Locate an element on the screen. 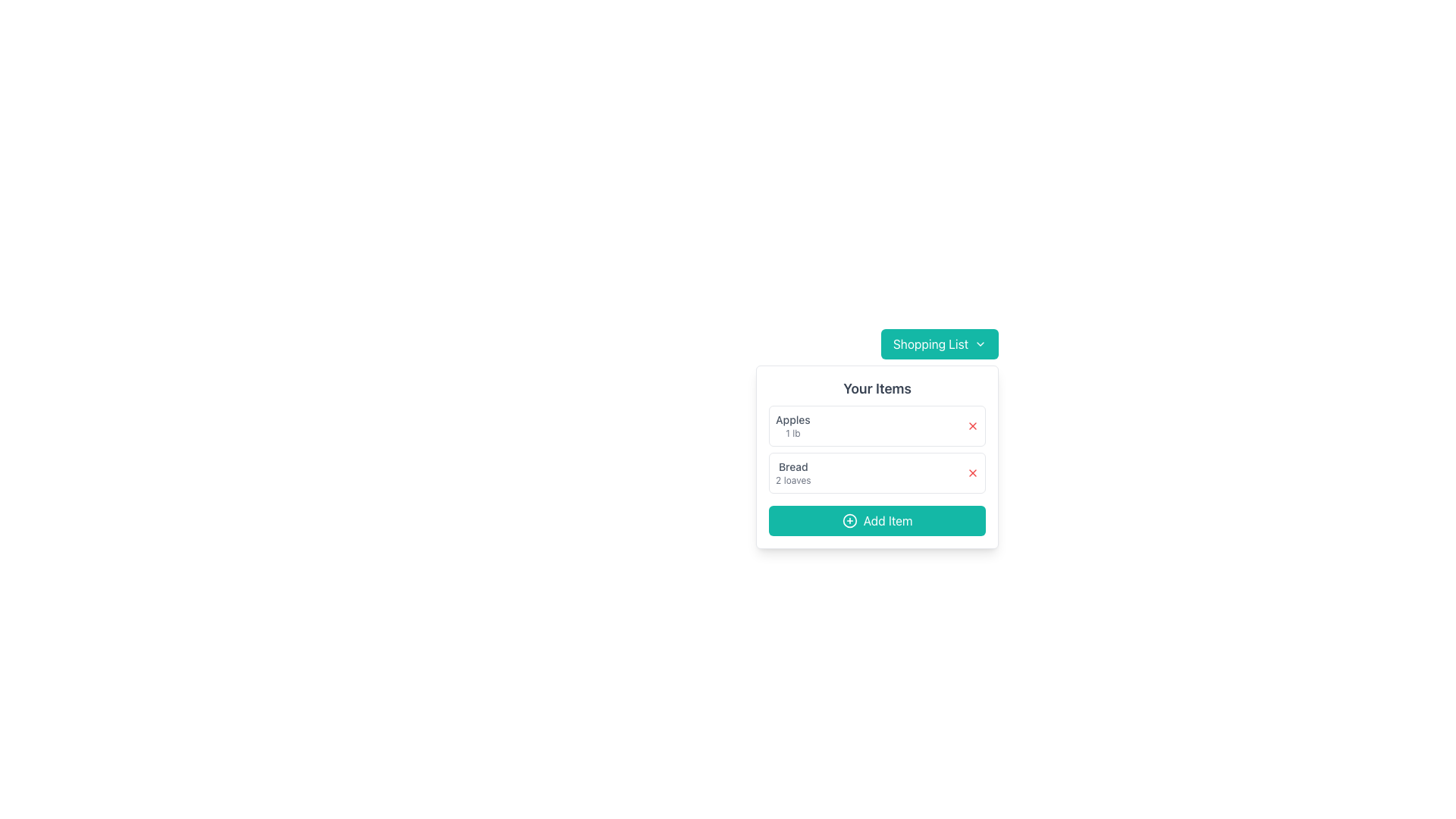 The image size is (1456, 819). the red cross icon located in the top-right corner of the list item for 'Apples' weighing '1 lb' to potentially display a tooltip is located at coordinates (973, 426).